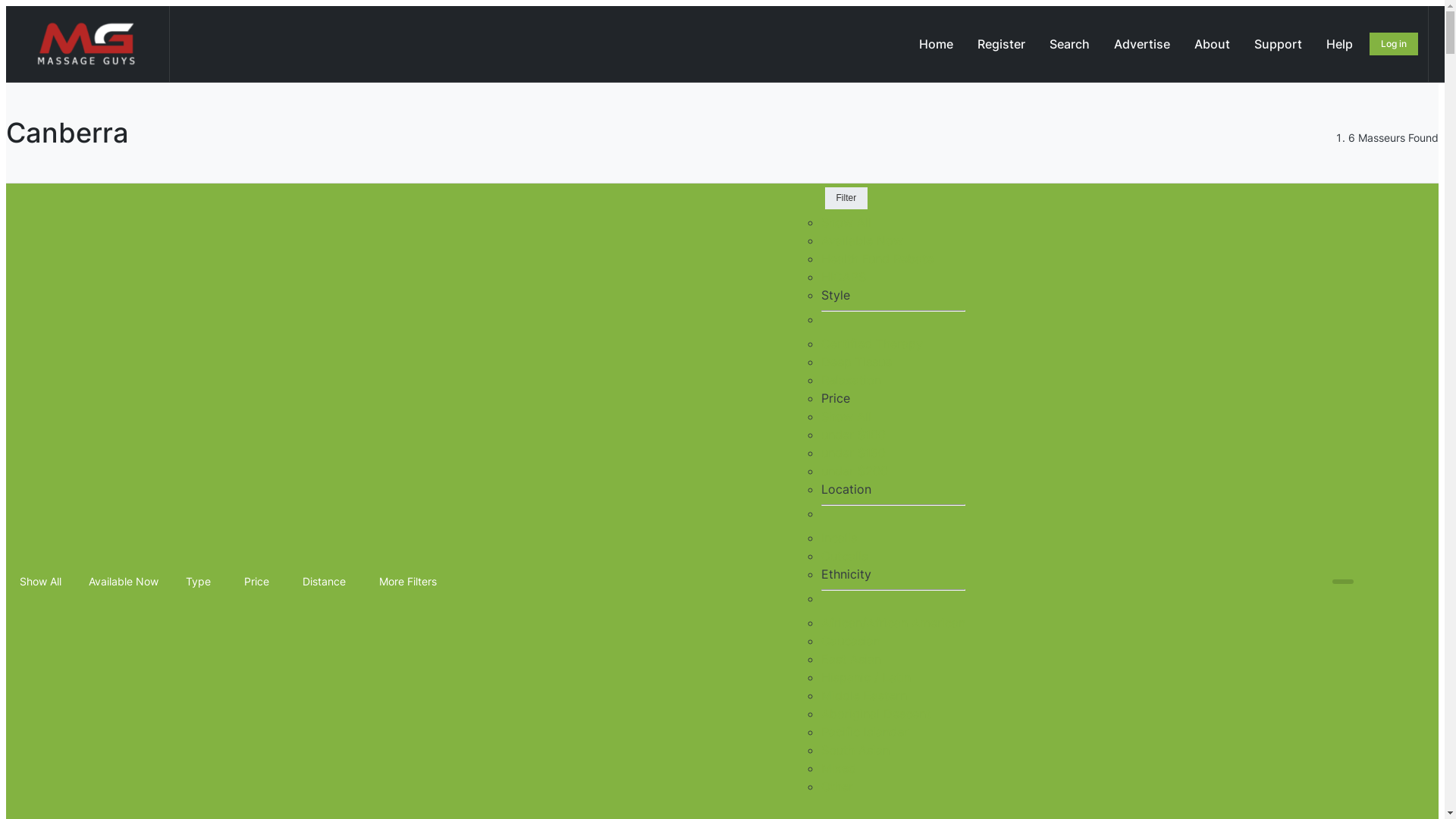  Describe the element at coordinates (1394, 42) in the screenshot. I see `'Log in'` at that location.